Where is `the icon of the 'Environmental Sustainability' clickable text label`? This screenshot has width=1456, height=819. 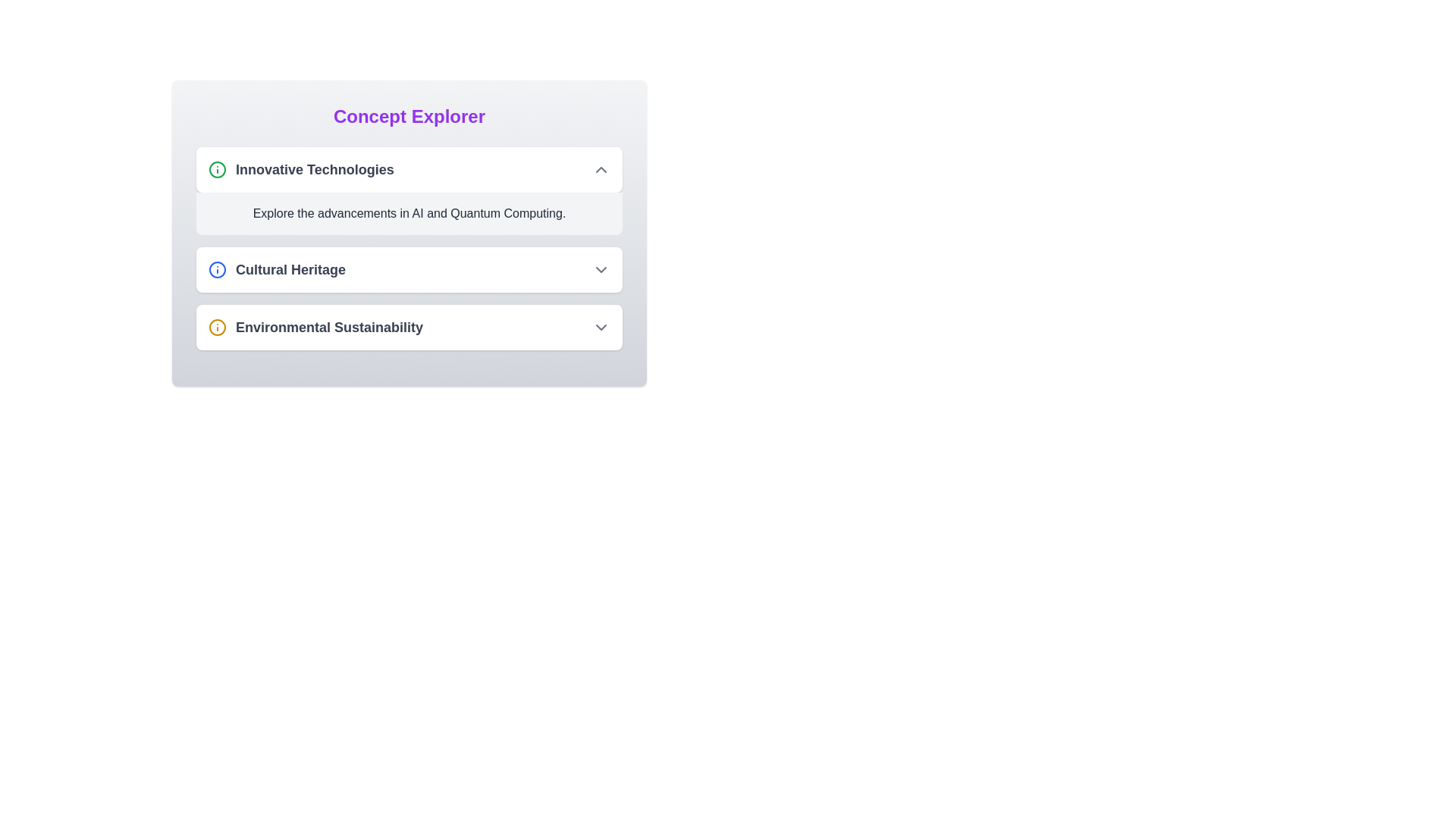
the icon of the 'Environmental Sustainability' clickable text label is located at coordinates (315, 327).